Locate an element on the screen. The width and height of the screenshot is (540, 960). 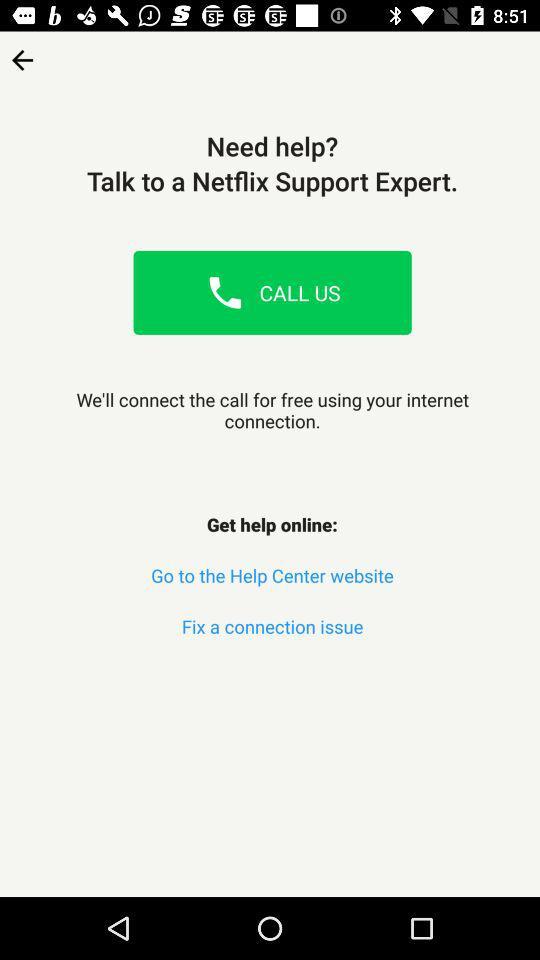
go back is located at coordinates (21, 52).